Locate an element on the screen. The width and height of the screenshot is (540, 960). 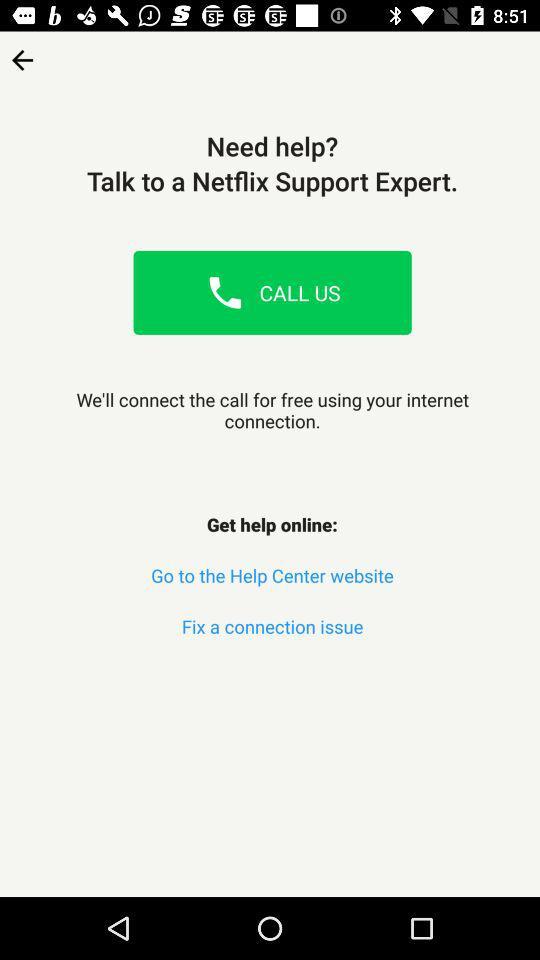
go back is located at coordinates (21, 52).